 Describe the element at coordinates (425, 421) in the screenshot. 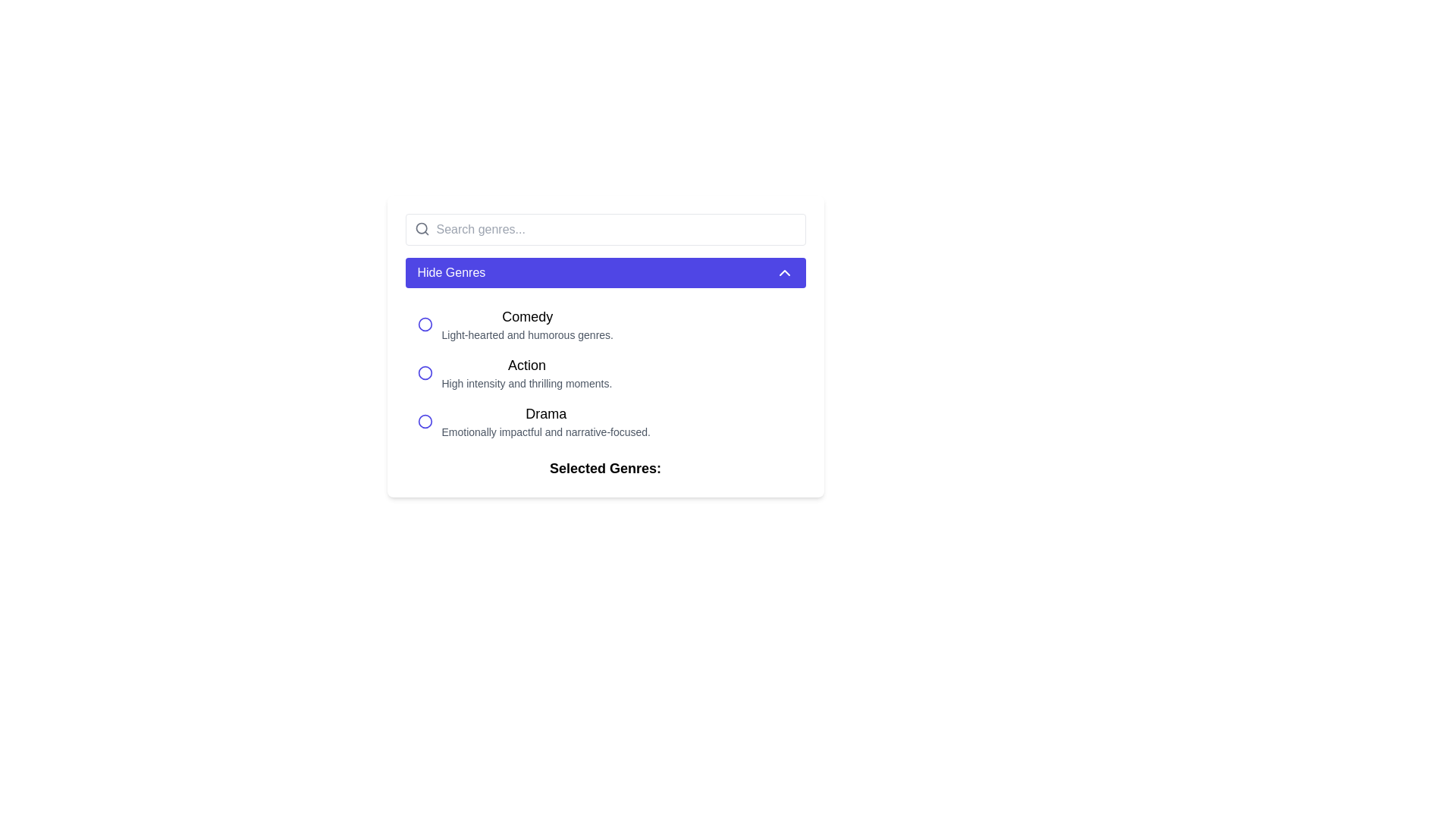

I see `the third circular radio button indicator representing the 'Drama' genre, located under the 'Hide Genres' heading` at that location.